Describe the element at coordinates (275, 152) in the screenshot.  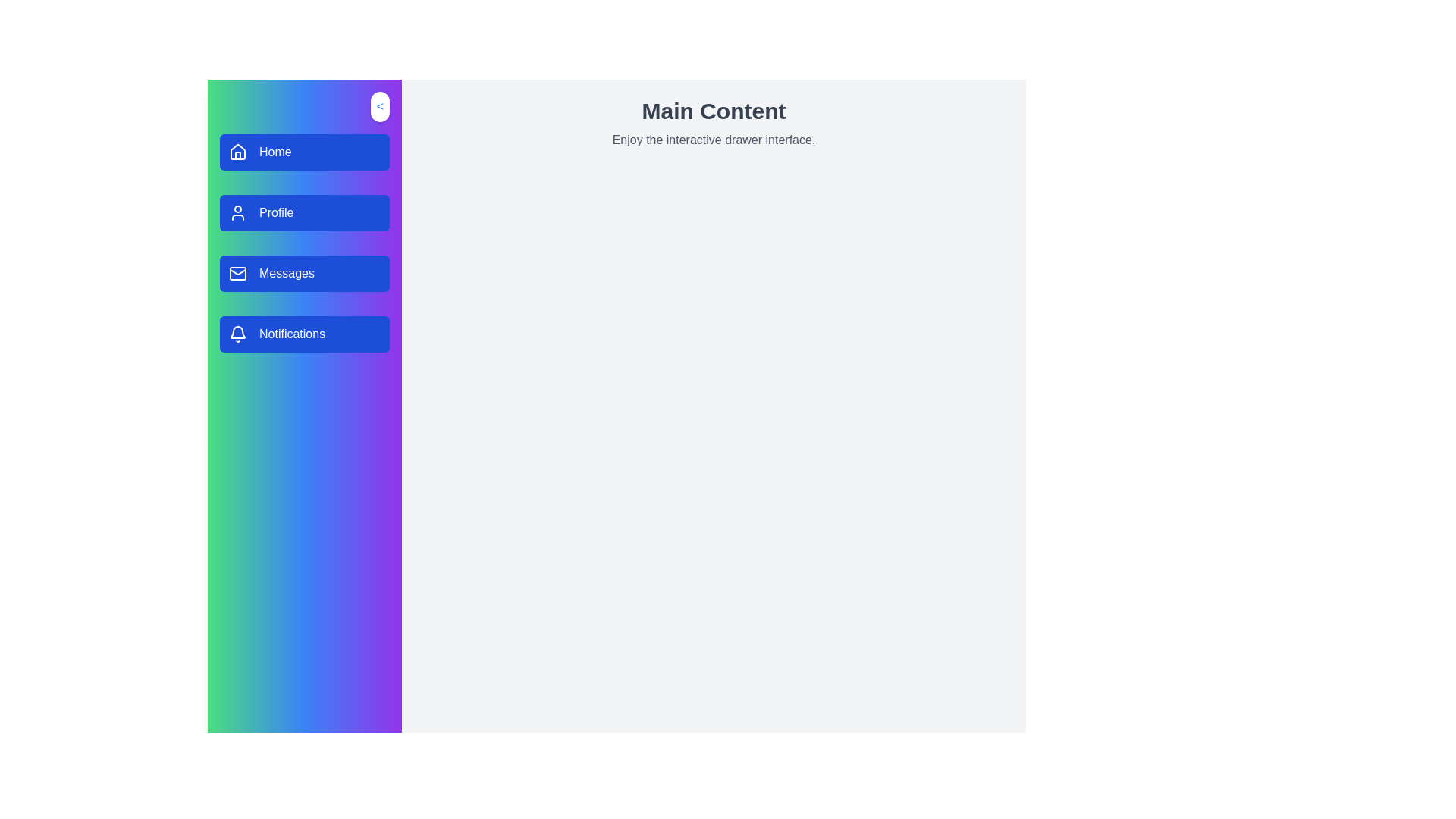
I see `text of the 'Home' label located in the first button of the vertical navigation menu on the left side, next to the house-shaped icon` at that location.